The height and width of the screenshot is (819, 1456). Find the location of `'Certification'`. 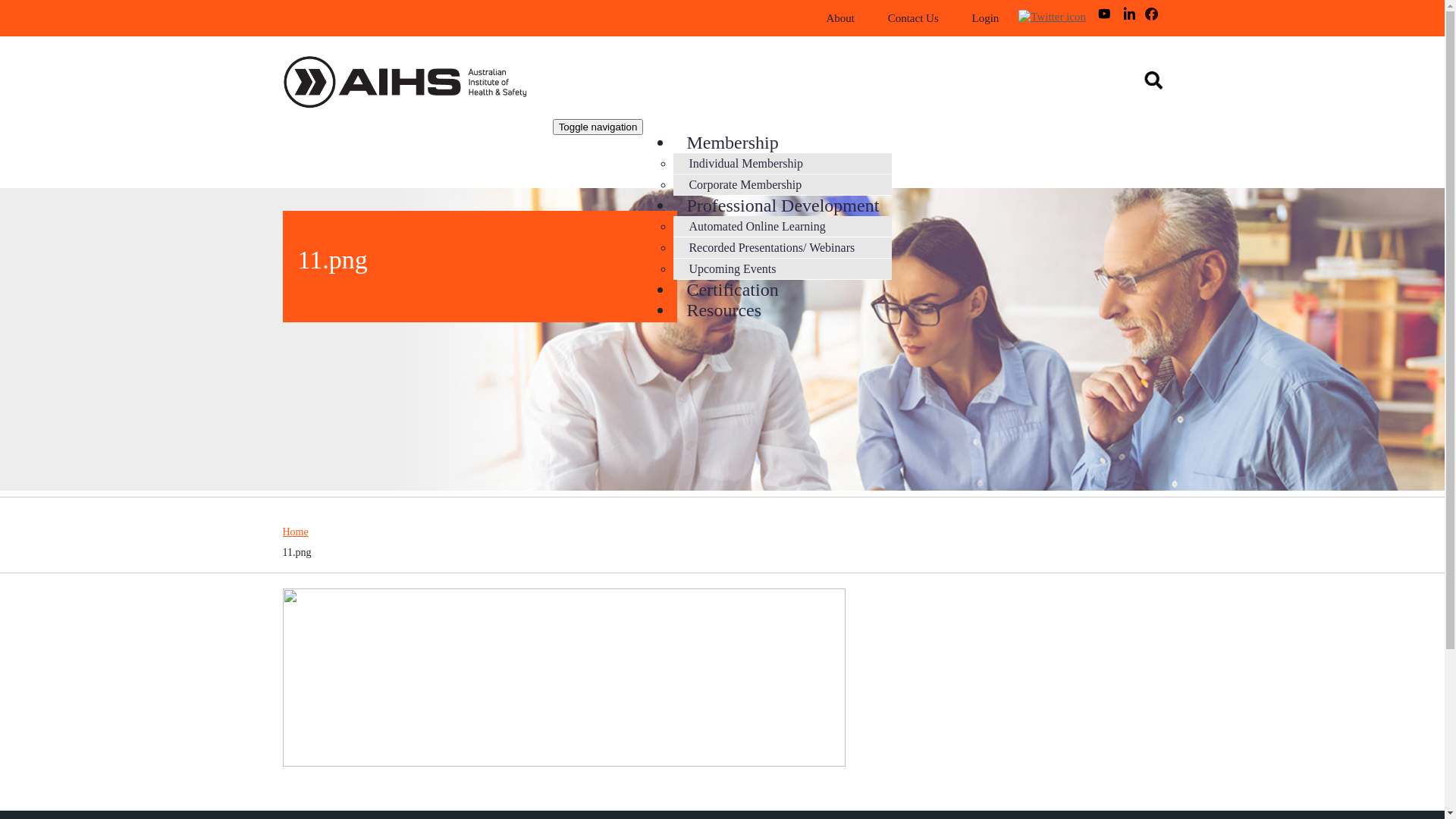

'Certification' is located at coordinates (732, 289).